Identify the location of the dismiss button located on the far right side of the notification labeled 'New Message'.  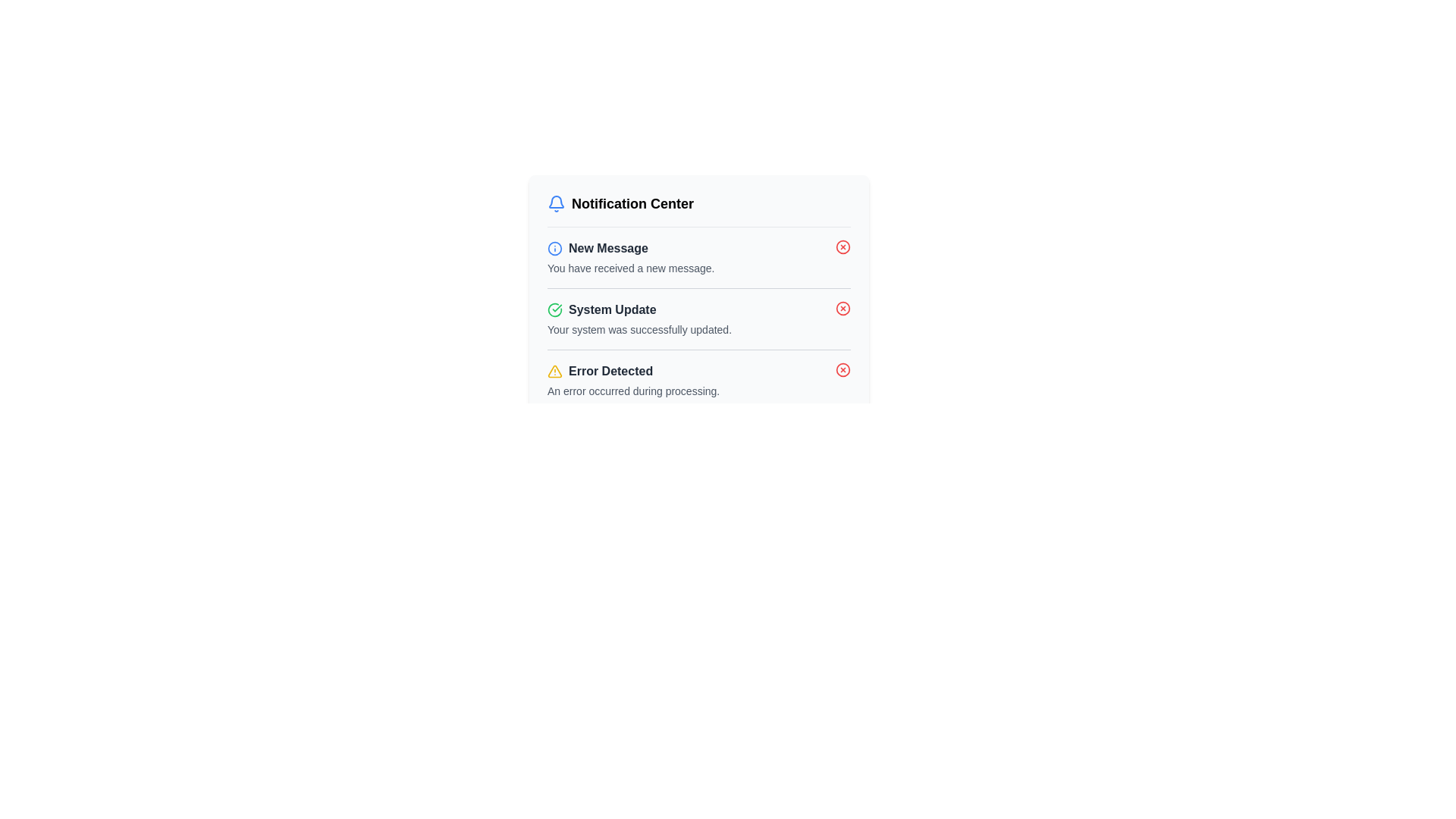
(843, 246).